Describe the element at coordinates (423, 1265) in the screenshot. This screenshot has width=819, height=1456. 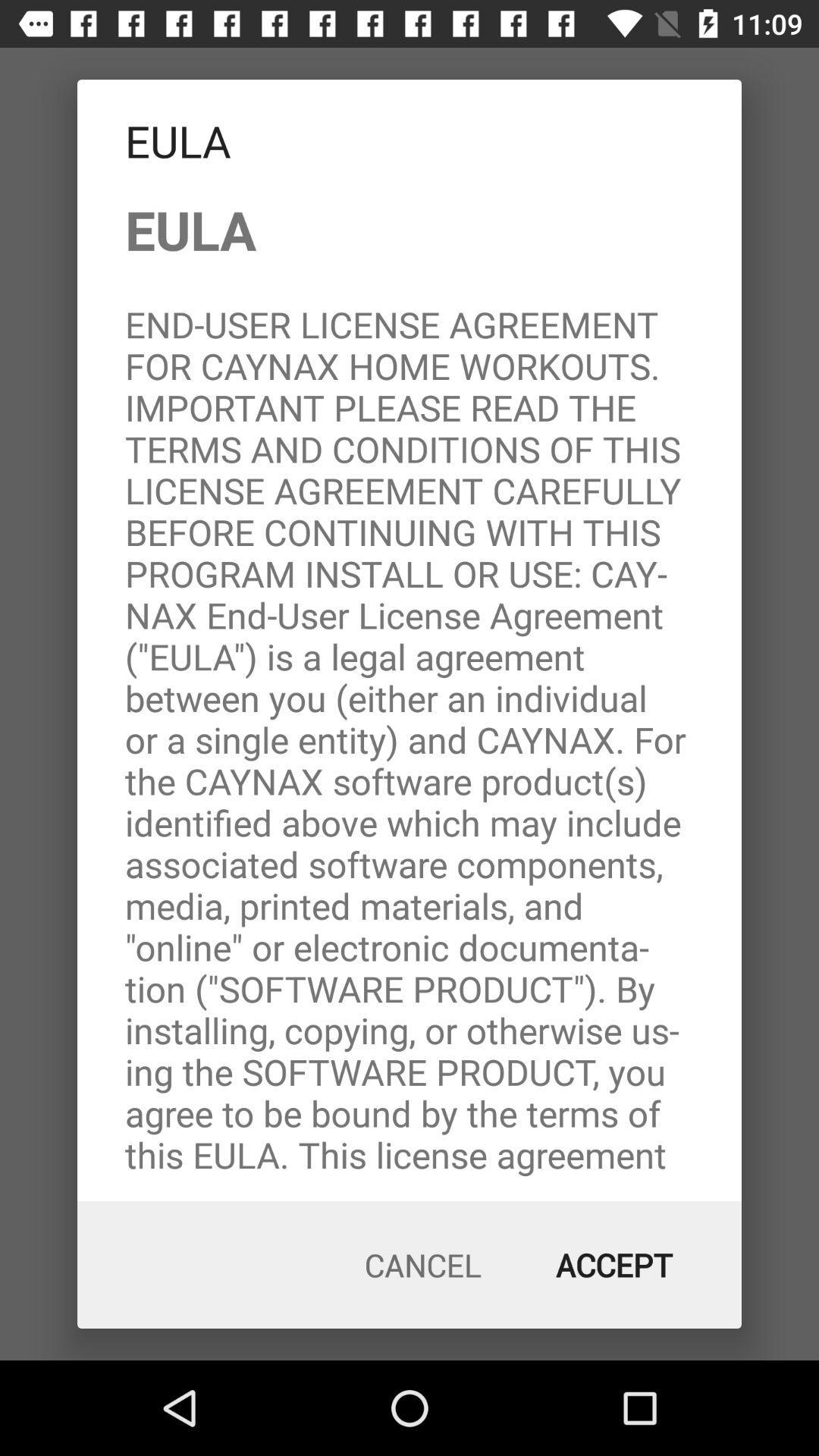
I see `the app below the eula end user item` at that location.